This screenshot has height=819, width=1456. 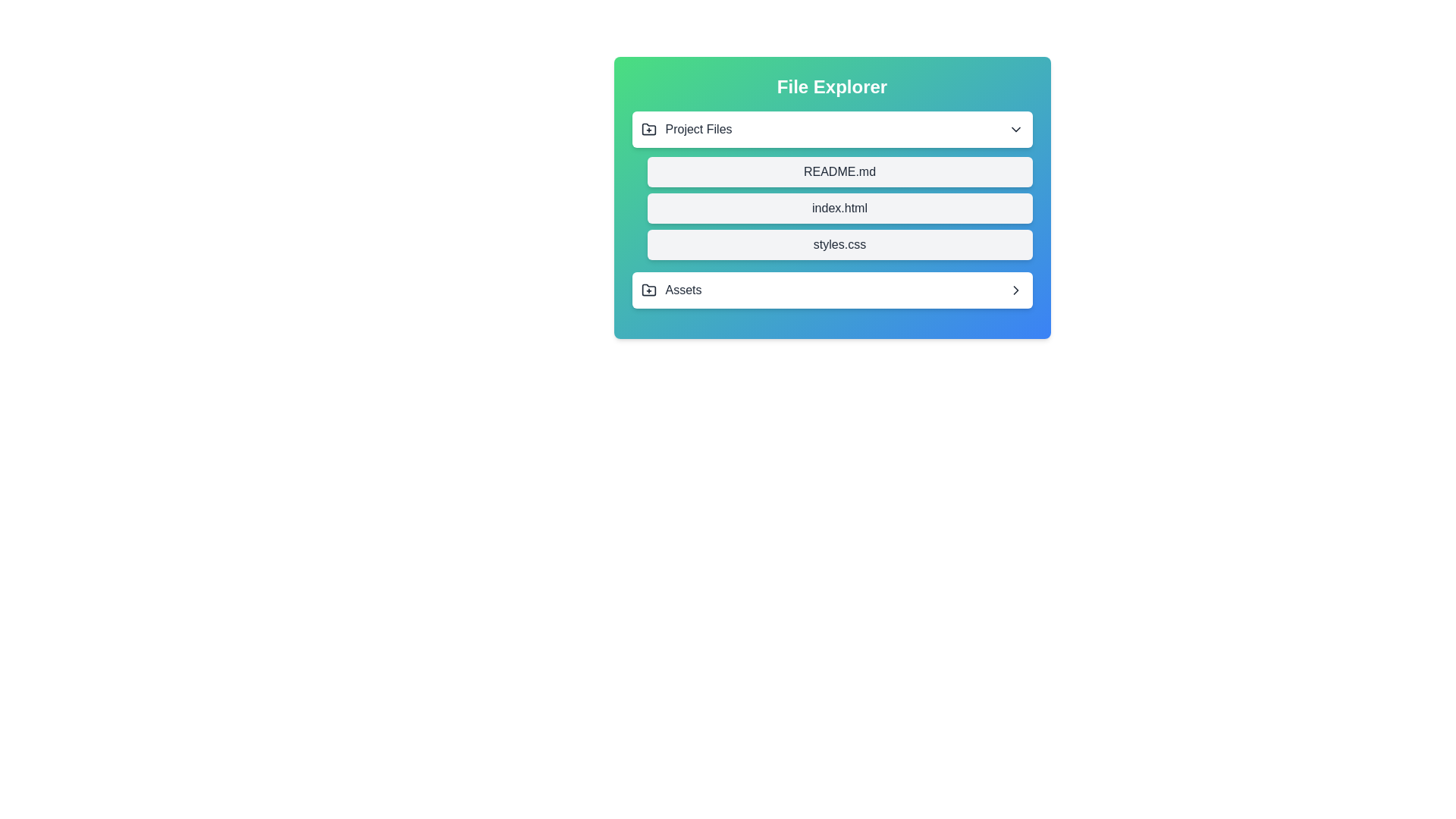 I want to click on the 'index.html' file item located, so click(x=831, y=210).